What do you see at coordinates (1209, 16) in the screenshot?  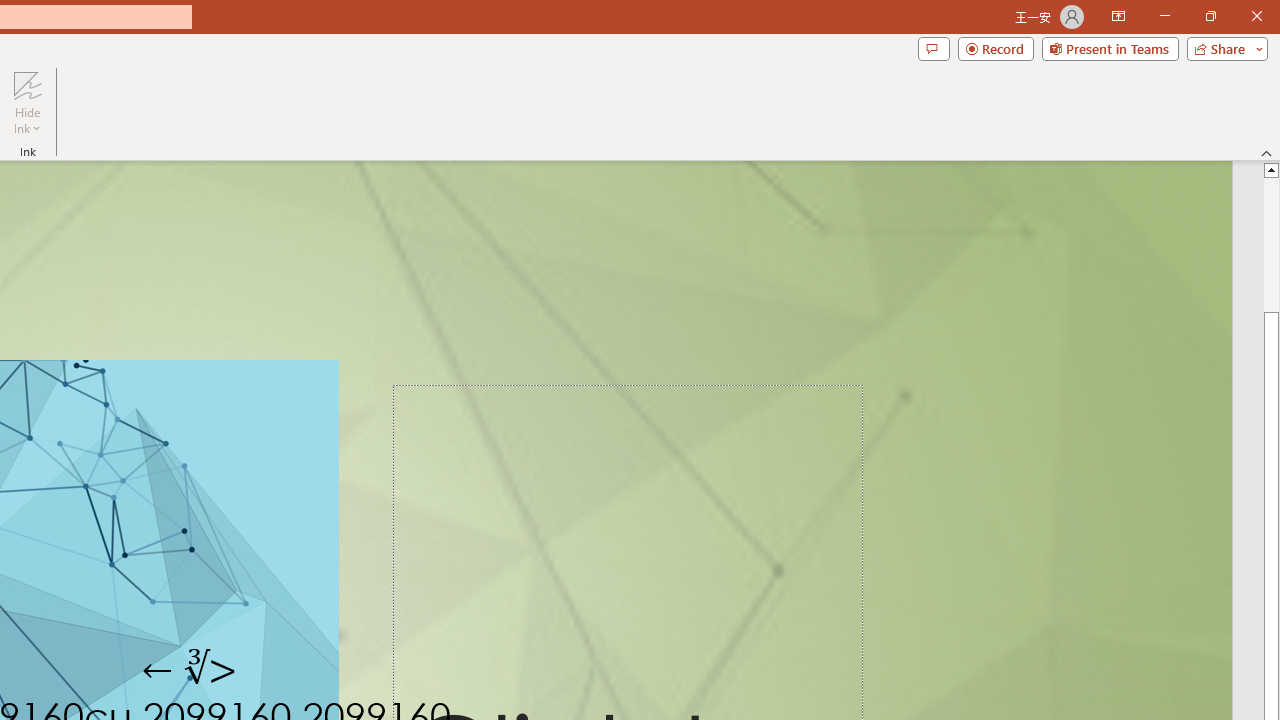 I see `'Restore Down'` at bounding box center [1209, 16].